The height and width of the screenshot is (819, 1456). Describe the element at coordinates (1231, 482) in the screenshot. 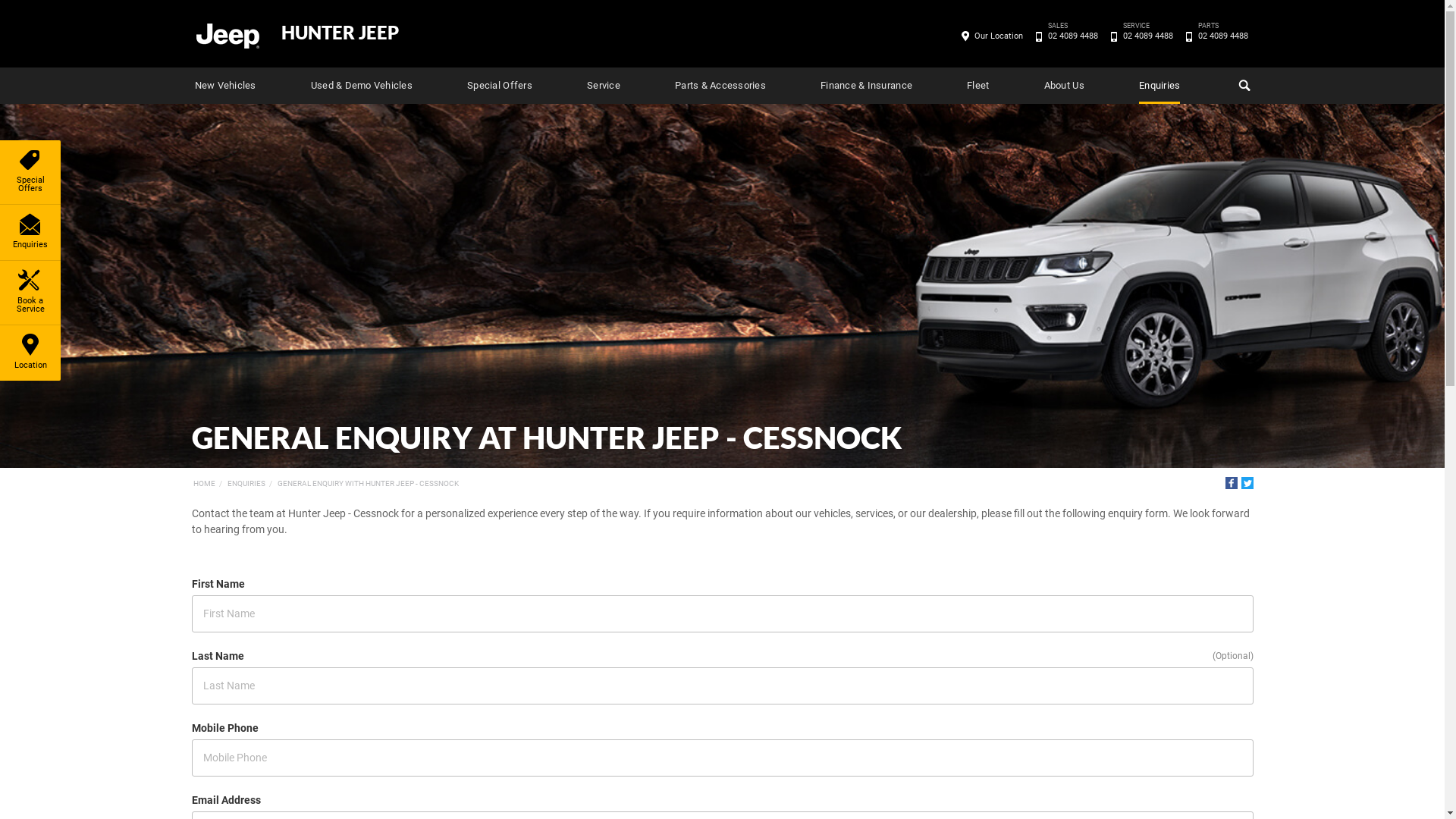

I see `'Facebook'` at that location.